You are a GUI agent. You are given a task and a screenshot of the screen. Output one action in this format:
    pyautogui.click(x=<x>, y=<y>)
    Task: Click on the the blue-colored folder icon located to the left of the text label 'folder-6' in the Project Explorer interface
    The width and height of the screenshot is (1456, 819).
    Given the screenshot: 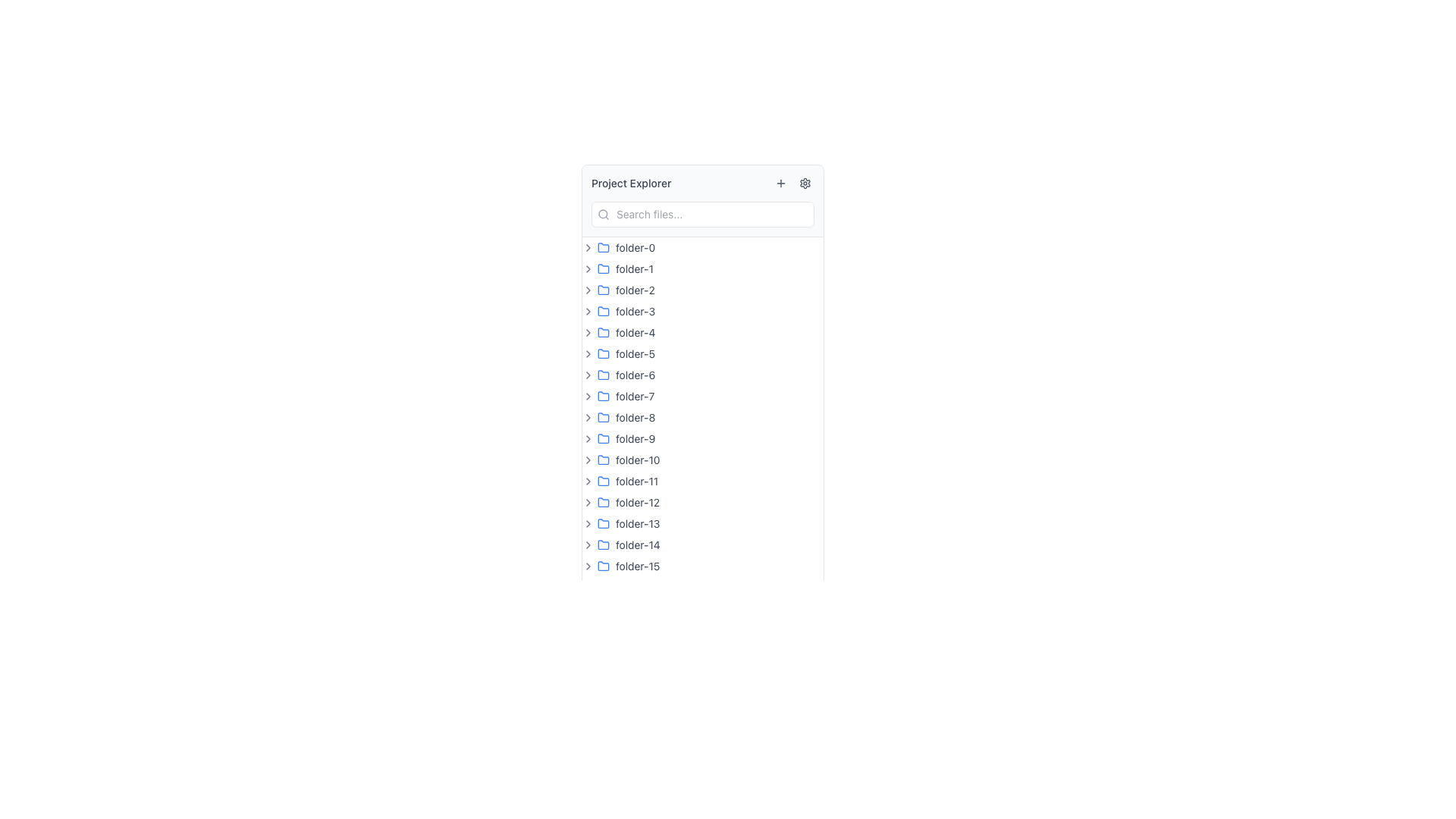 What is the action you would take?
    pyautogui.click(x=603, y=375)
    